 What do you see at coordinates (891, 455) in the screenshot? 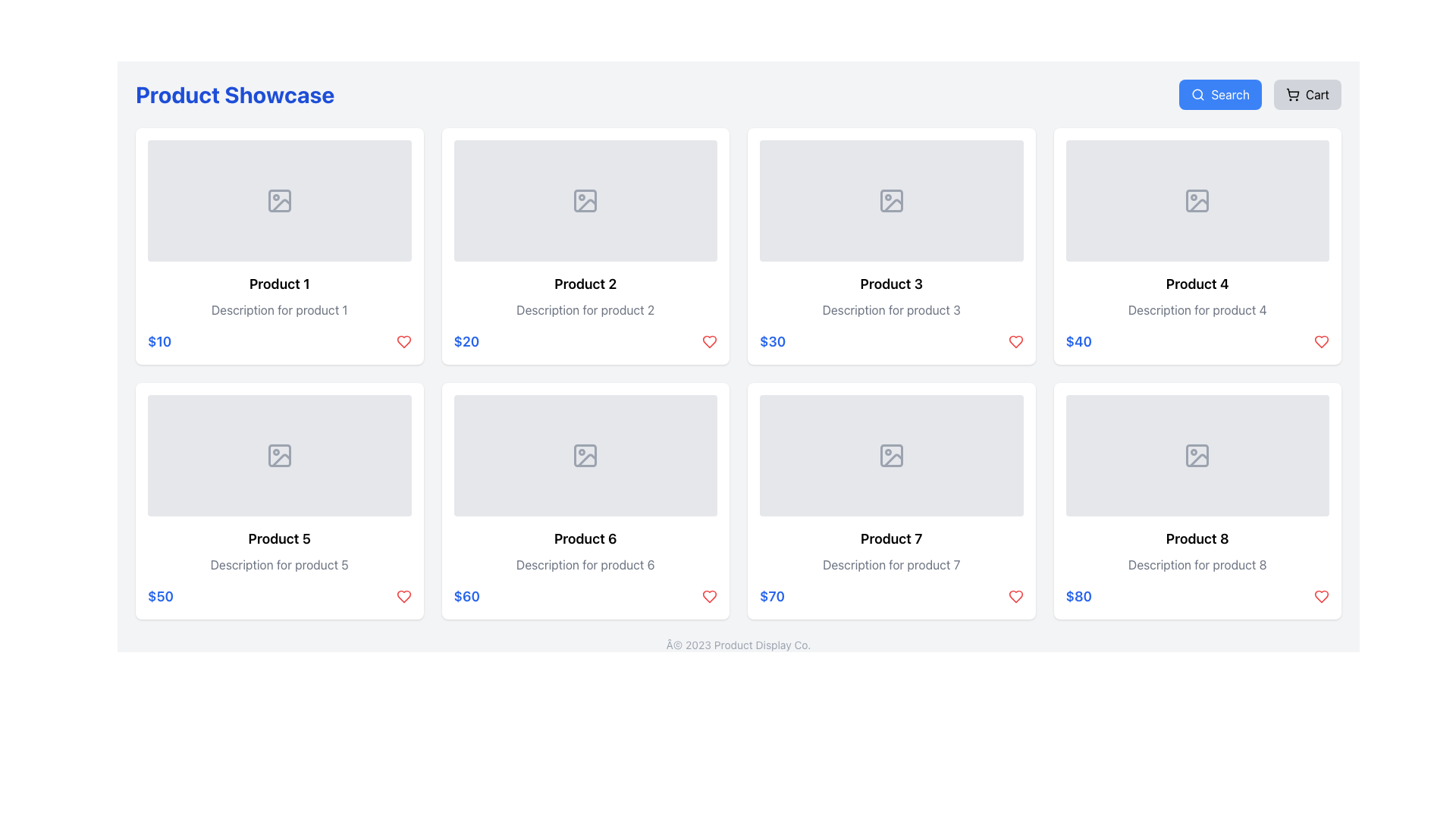
I see `the small rounded rectangle styled in light gray, located within the image icon of 'Product 7' in the grid layout` at bounding box center [891, 455].